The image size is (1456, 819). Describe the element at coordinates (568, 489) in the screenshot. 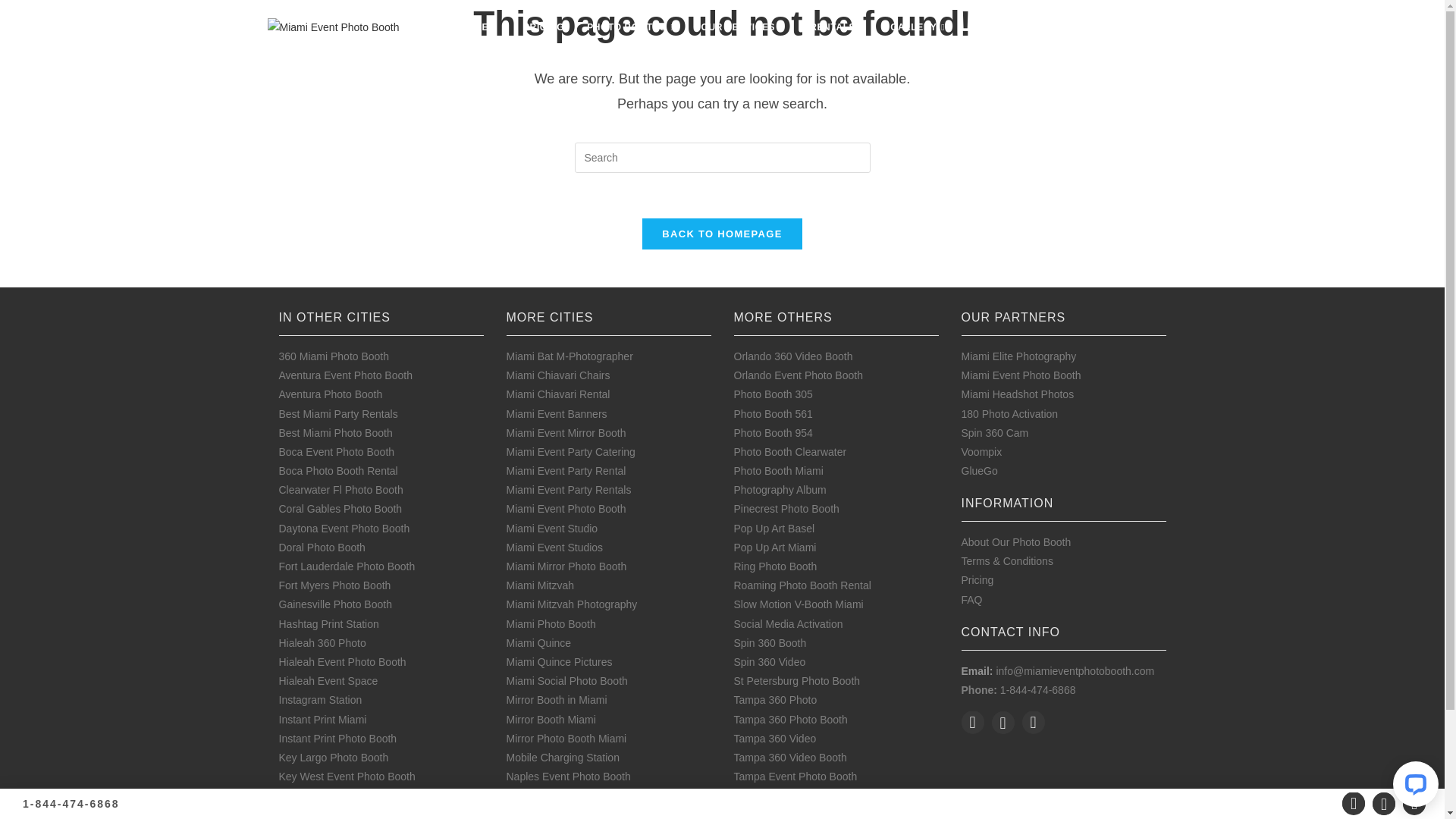

I see `'Miami Event Party Rentals'` at that location.